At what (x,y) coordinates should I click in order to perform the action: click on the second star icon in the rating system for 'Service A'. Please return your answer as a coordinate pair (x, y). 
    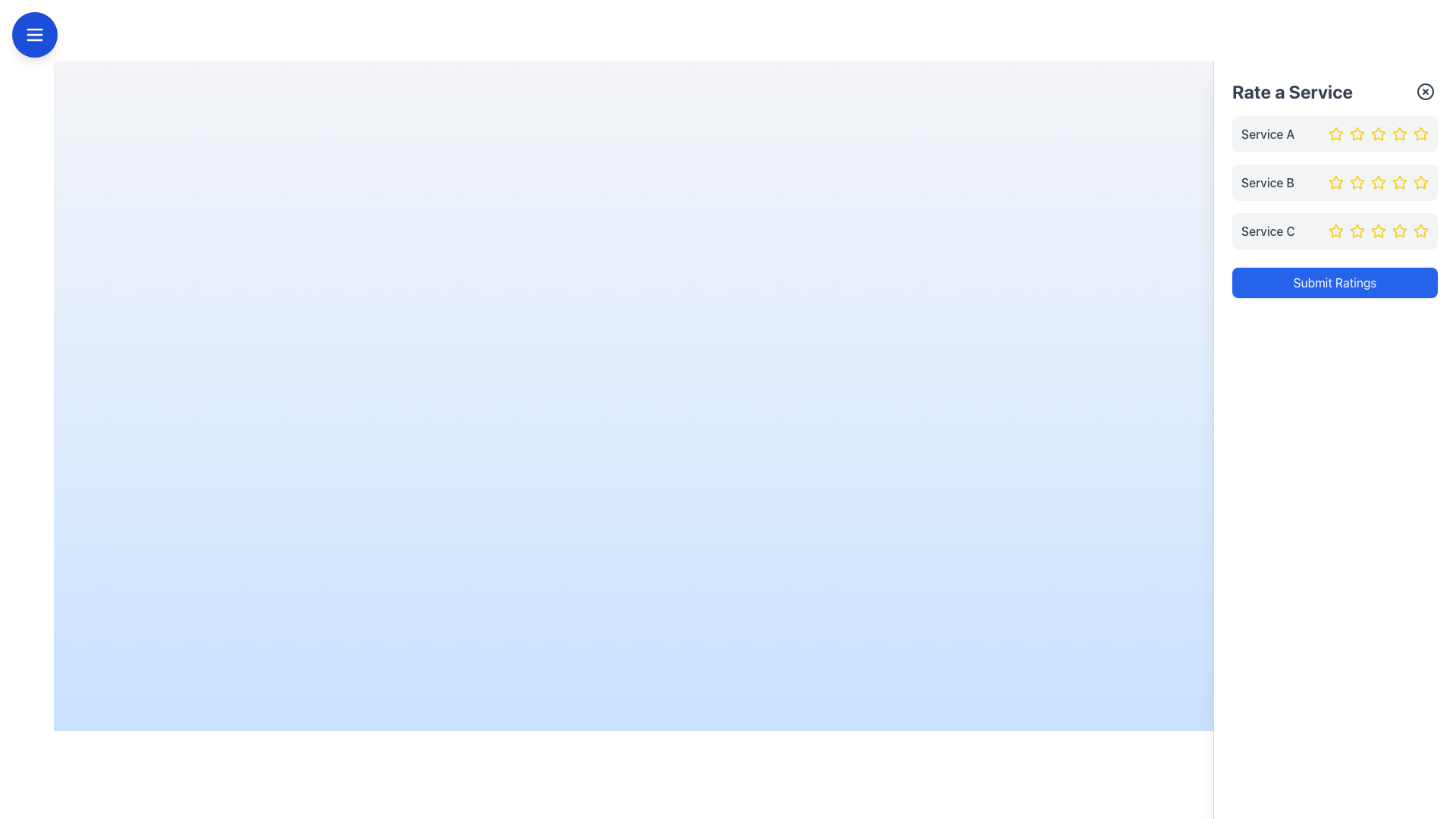
    Looking at the image, I should click on (1357, 133).